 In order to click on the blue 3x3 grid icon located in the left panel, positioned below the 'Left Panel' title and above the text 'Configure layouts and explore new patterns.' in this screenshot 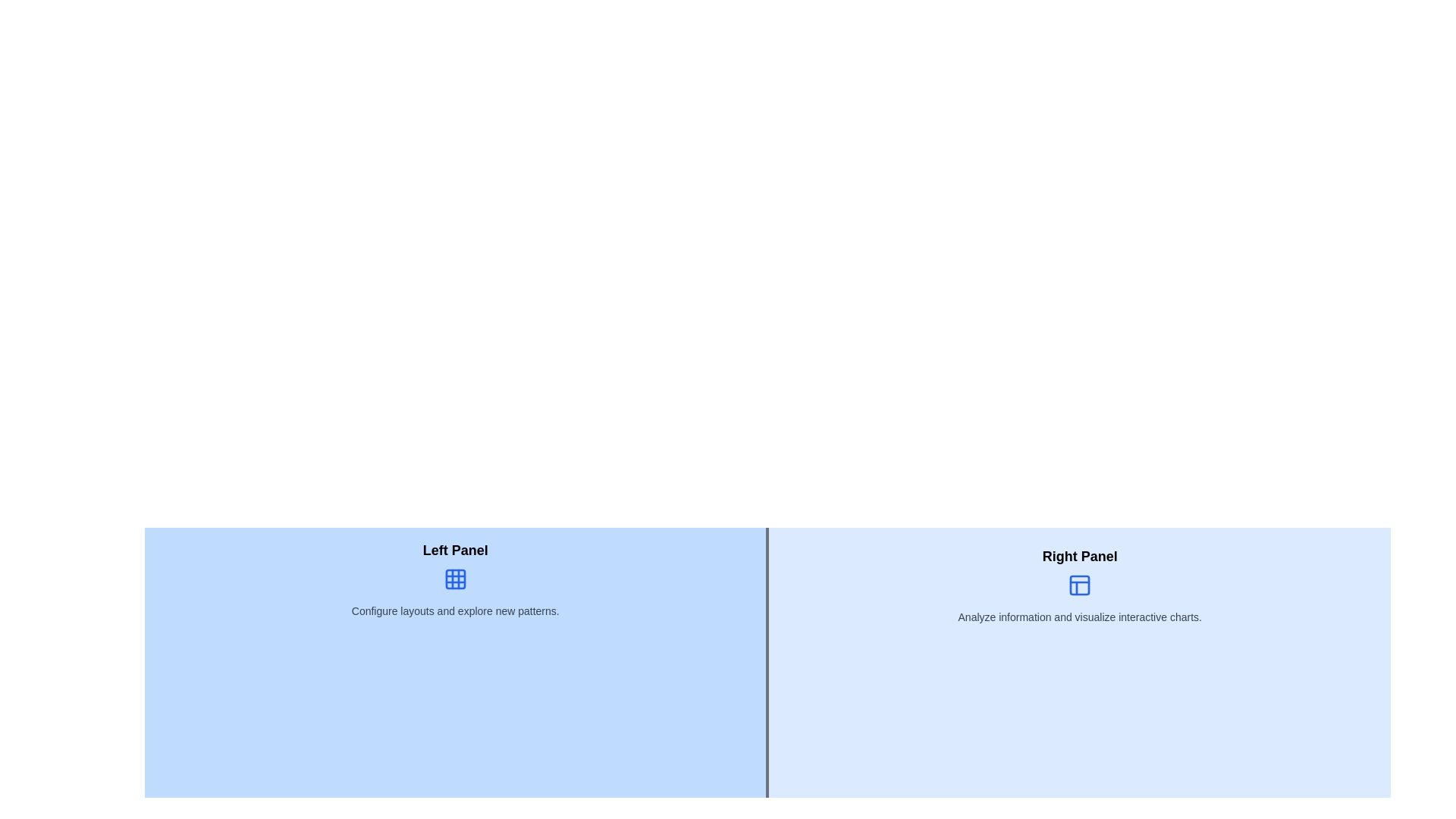, I will do `click(454, 579)`.